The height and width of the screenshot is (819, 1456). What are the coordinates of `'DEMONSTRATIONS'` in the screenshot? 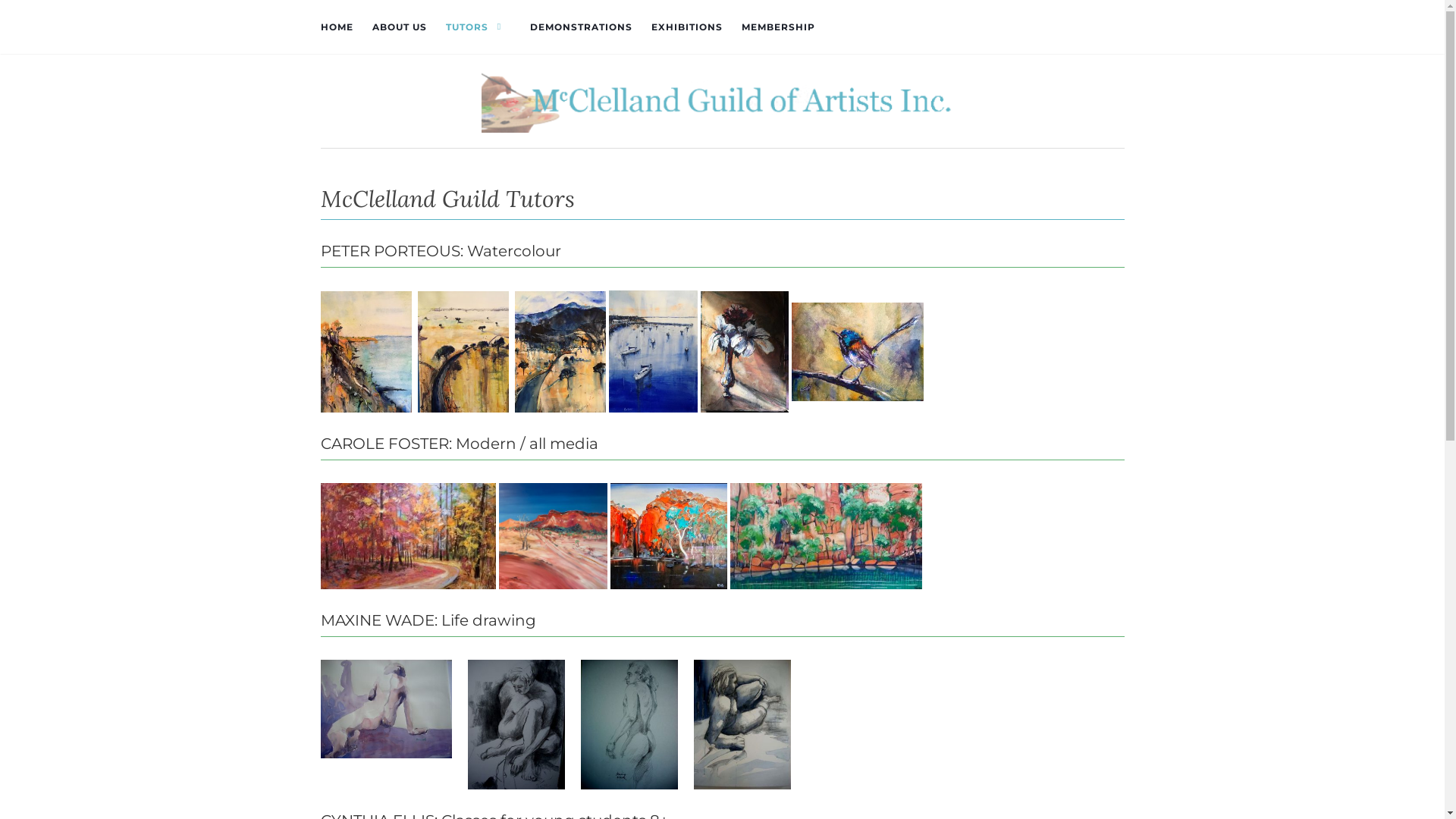 It's located at (579, 27).